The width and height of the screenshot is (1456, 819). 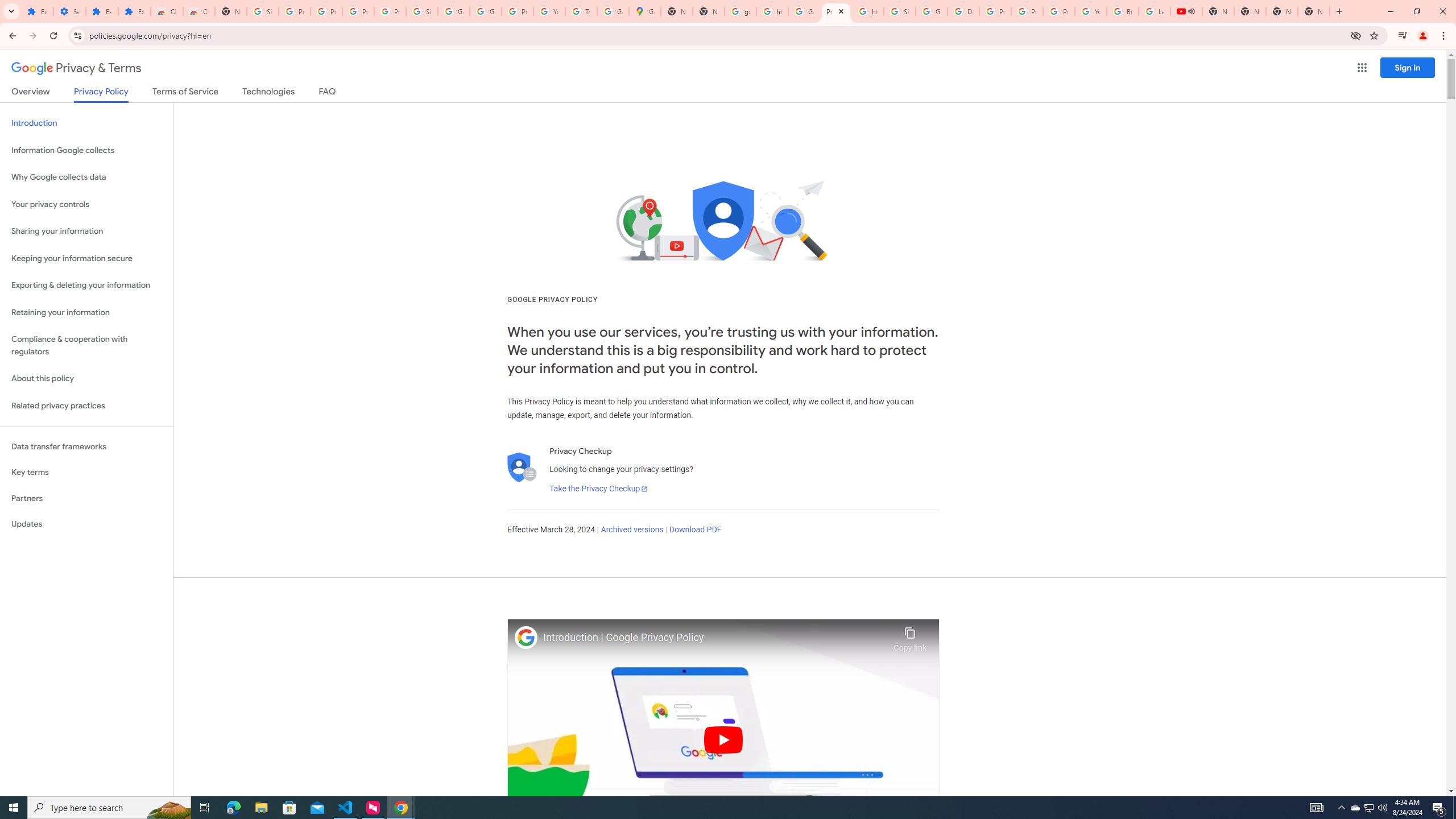 I want to click on 'Extensions', so click(x=37, y=11).